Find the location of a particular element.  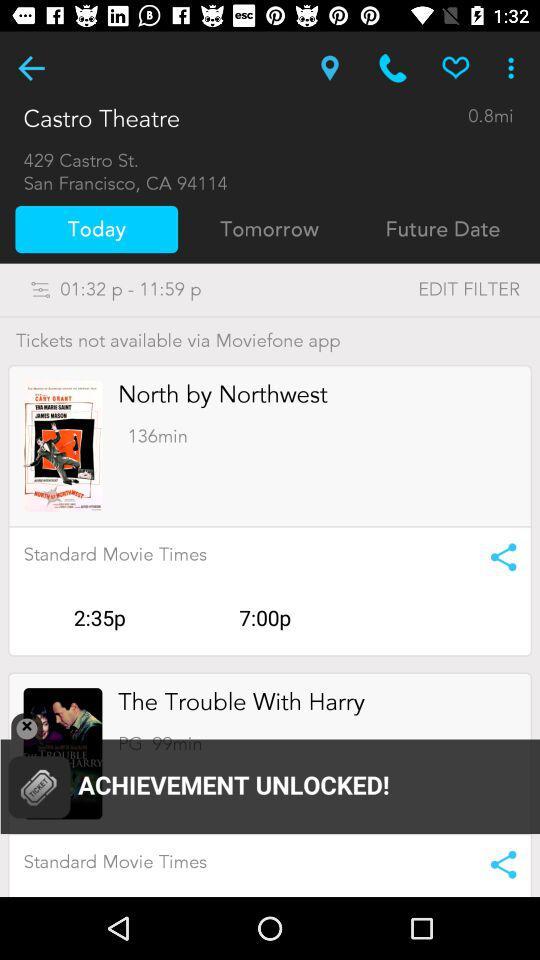

advertisement page is located at coordinates (63, 446).